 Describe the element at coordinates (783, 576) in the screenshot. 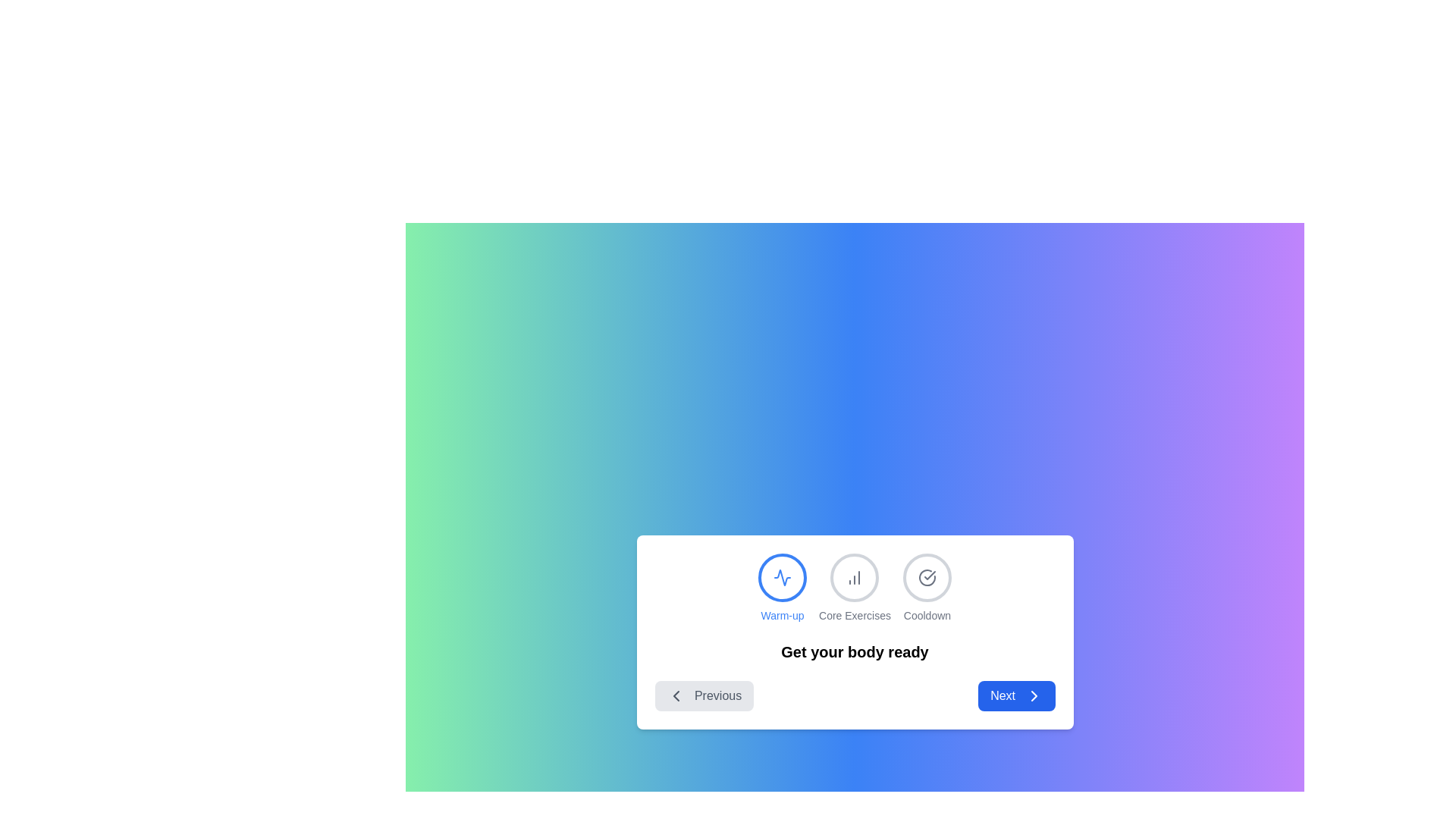

I see `the icon representing the step Warm-up to view its details` at that location.